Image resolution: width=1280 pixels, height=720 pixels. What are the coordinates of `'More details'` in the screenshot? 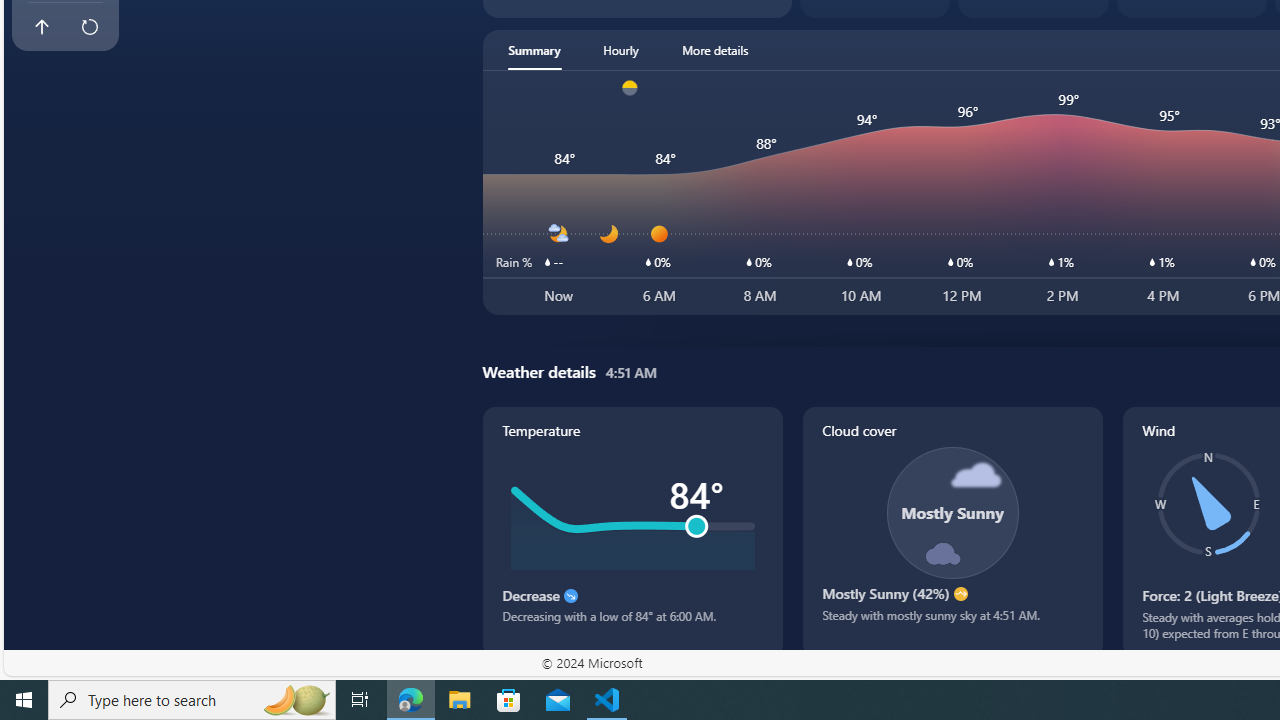 It's located at (715, 49).